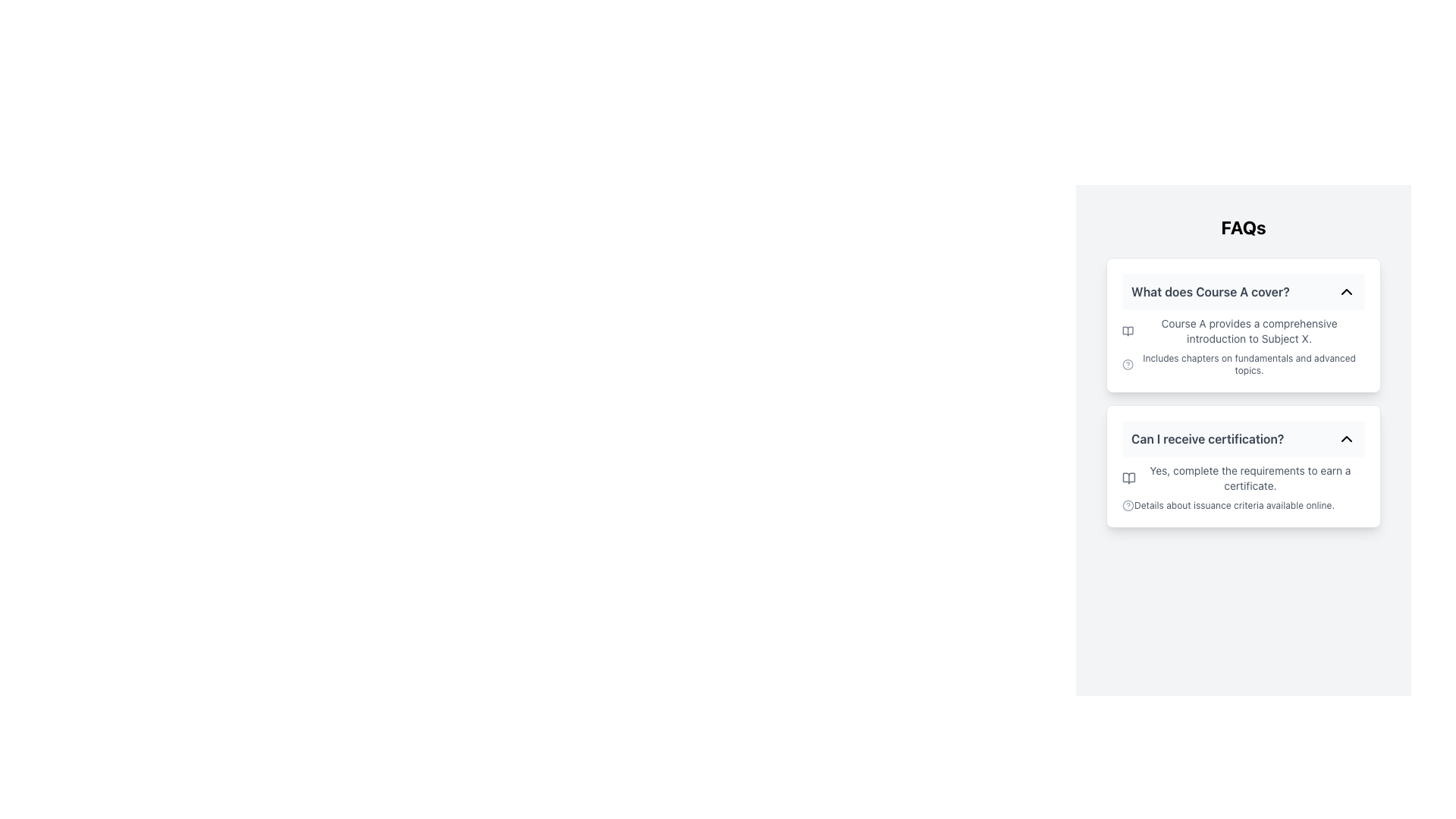 Image resolution: width=1456 pixels, height=819 pixels. What do you see at coordinates (1244, 488) in the screenshot?
I see `the Text Block with Icon that provides explanatory text regarding certification requirements, located in the FAQ section below the title 'Can I receive certification?'` at bounding box center [1244, 488].